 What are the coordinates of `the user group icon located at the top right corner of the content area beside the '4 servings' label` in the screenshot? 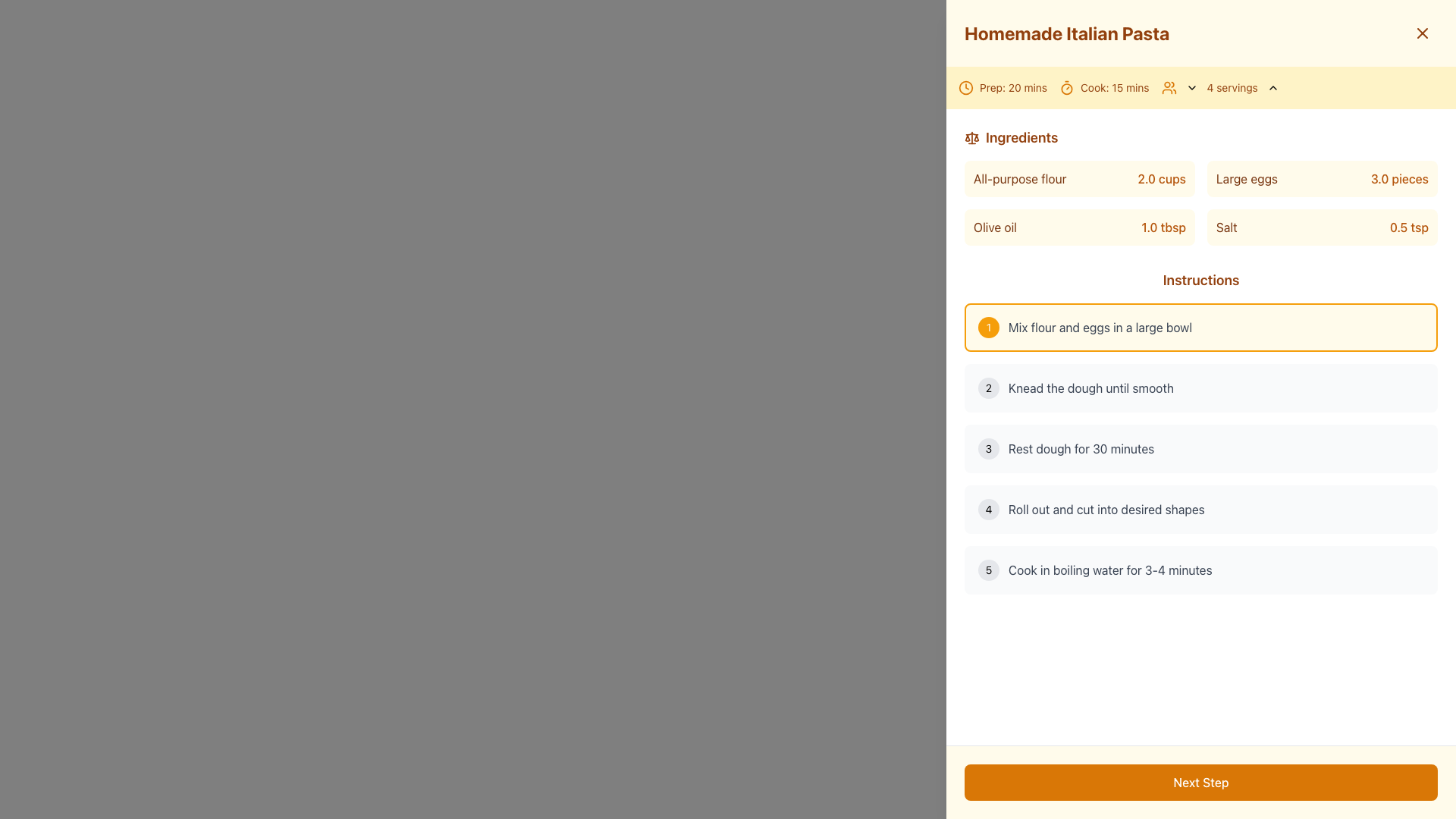 It's located at (1168, 87).